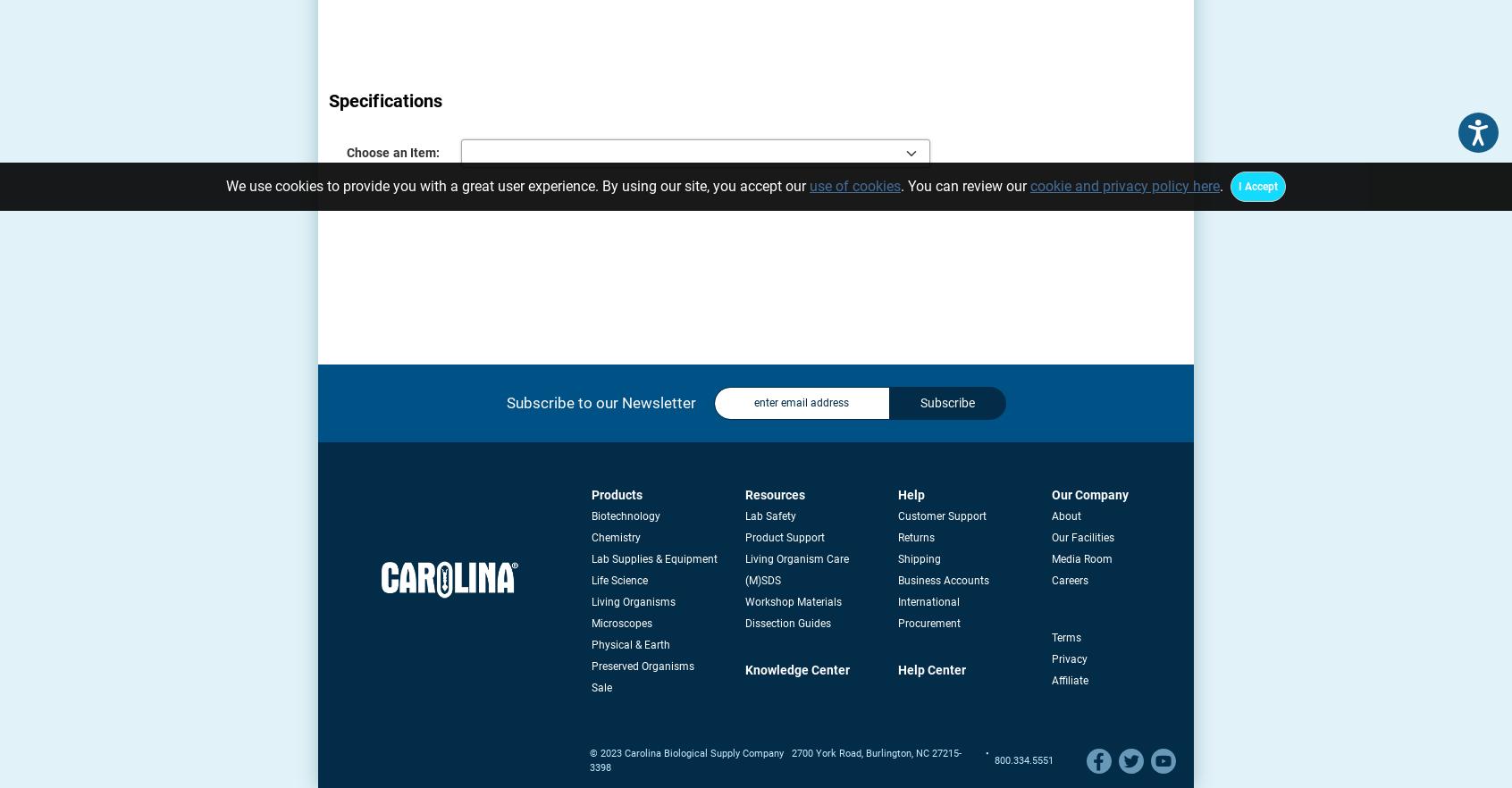  What do you see at coordinates (930, 668) in the screenshot?
I see `'Help Center'` at bounding box center [930, 668].